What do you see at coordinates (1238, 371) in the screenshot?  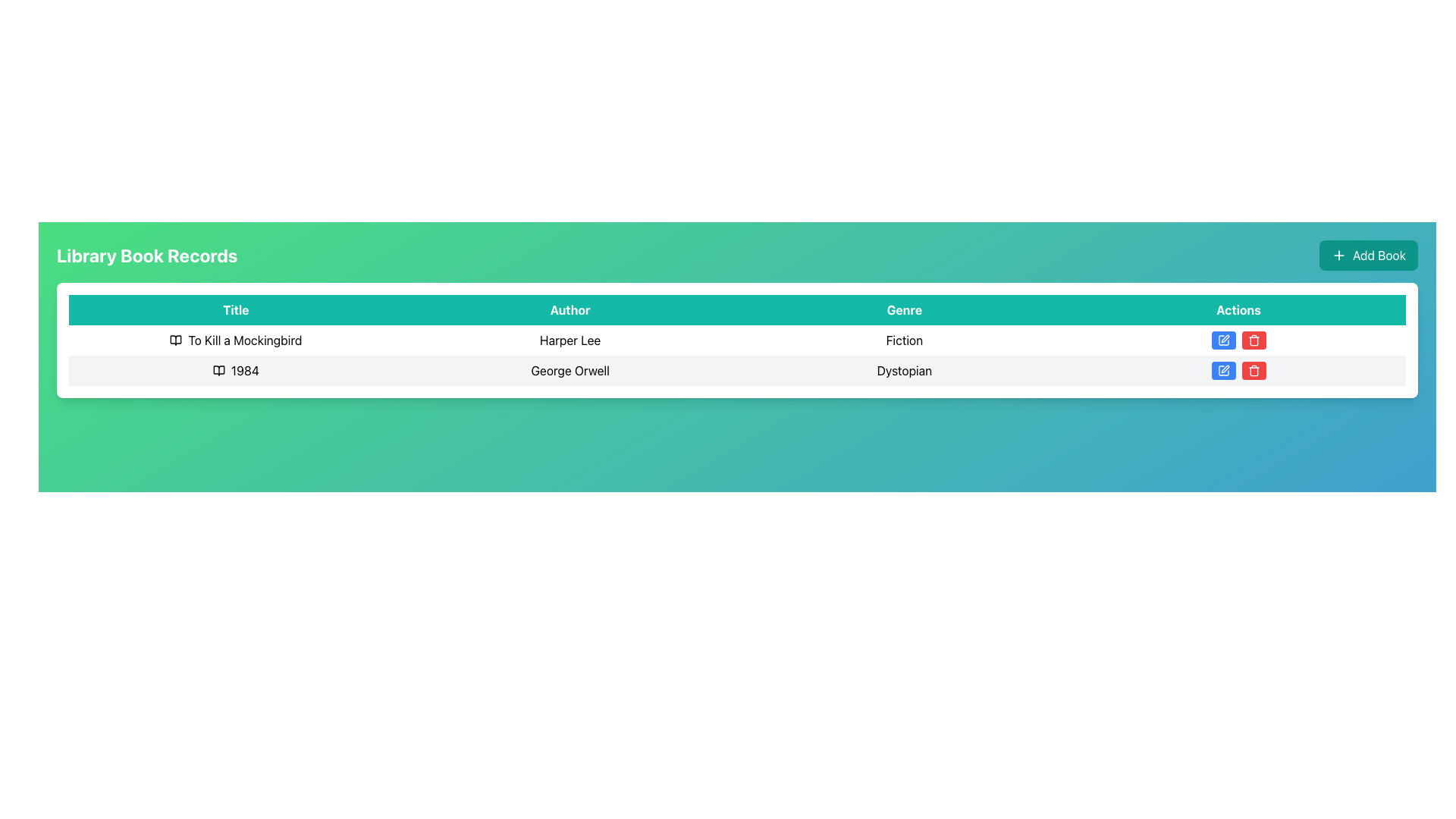 I see `the action buttons in the 'Actions' column of the second row` at bounding box center [1238, 371].